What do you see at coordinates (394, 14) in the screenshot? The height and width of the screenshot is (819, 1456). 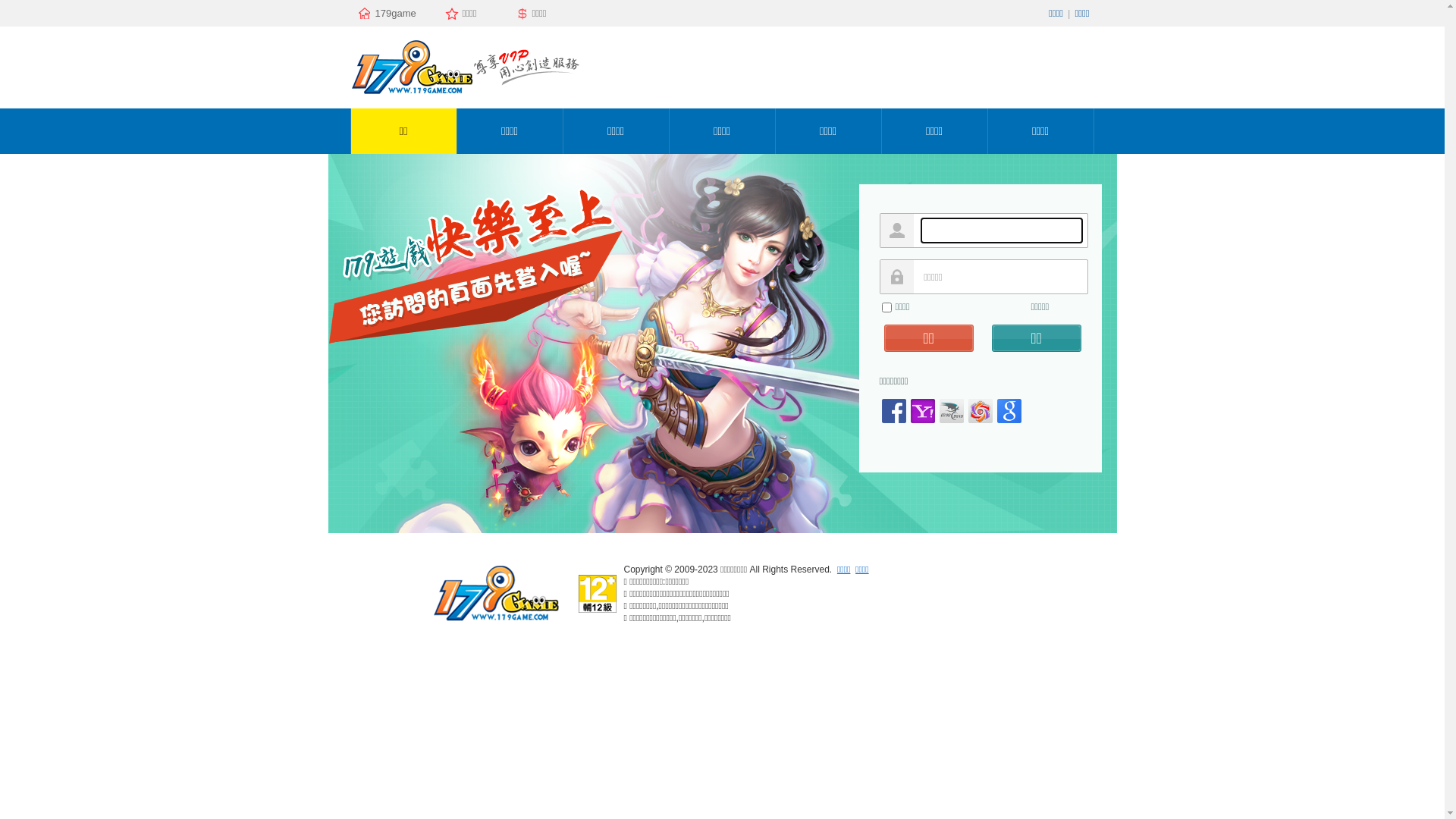 I see `'179game'` at bounding box center [394, 14].